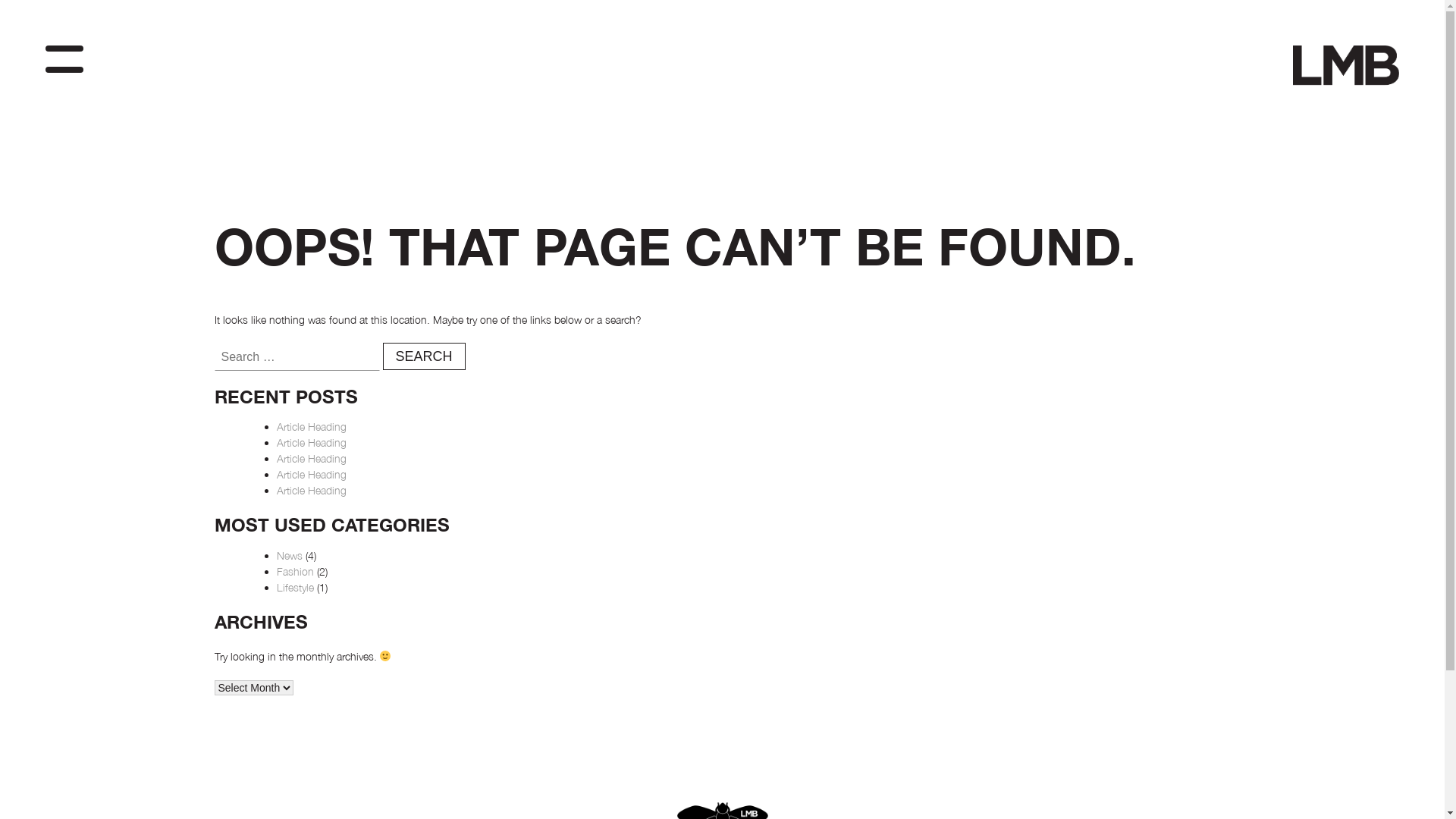  Describe the element at coordinates (309, 457) in the screenshot. I see `'Article Heading'` at that location.